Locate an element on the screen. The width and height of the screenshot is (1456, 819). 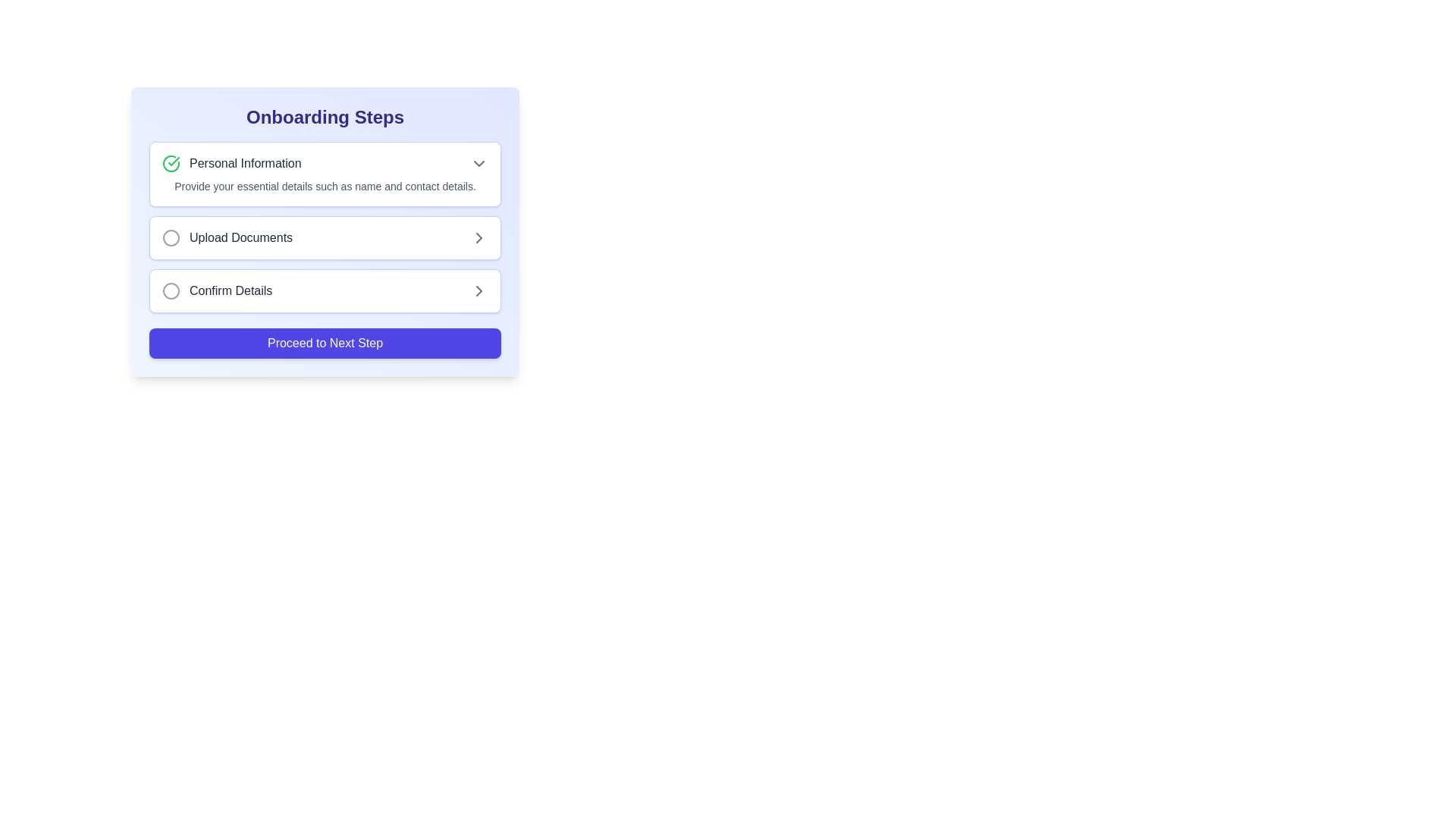
the static text label serving as the header for the 'Personal Information' section in the onboarding interface is located at coordinates (245, 164).